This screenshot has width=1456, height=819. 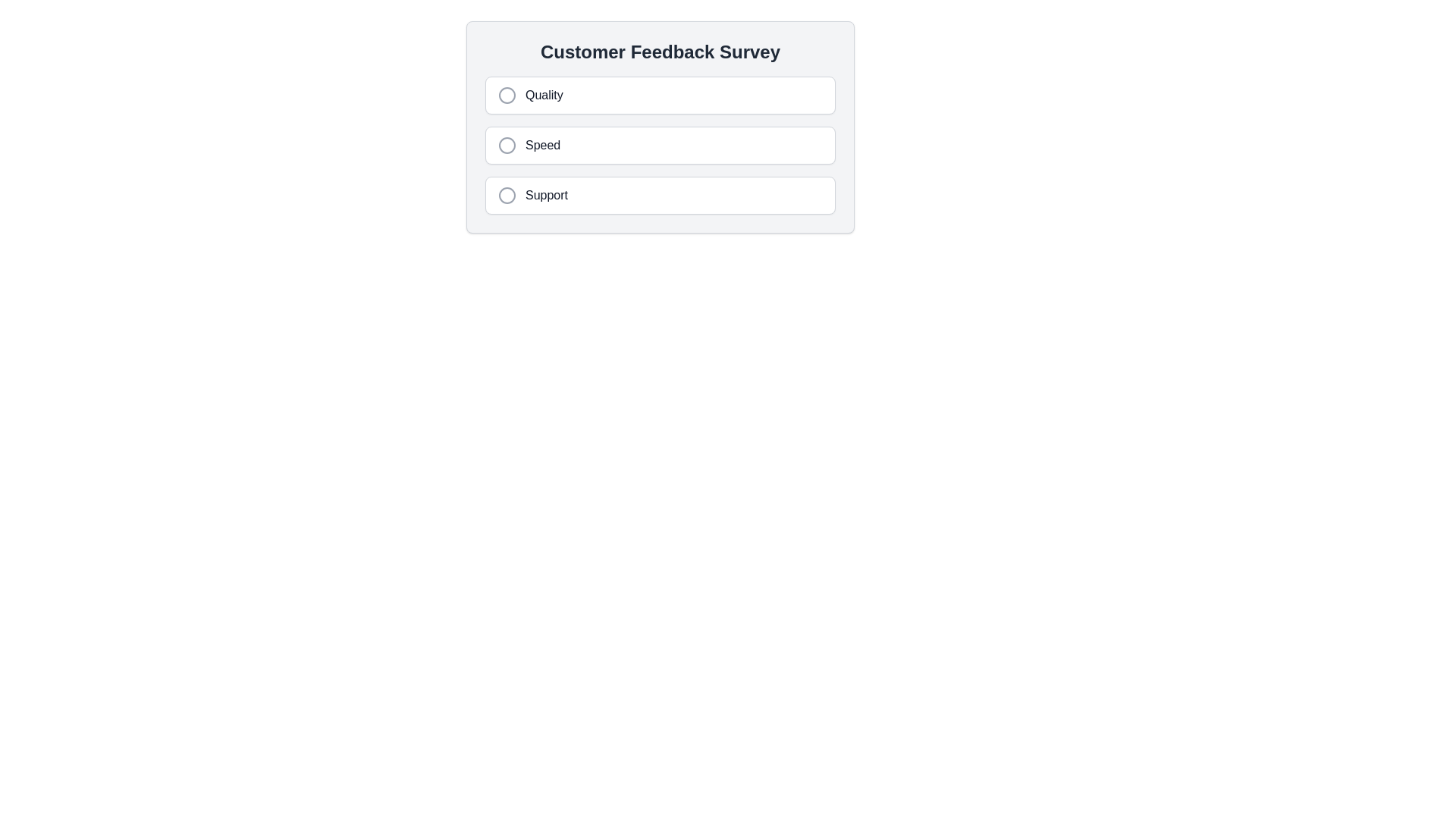 What do you see at coordinates (660, 146) in the screenshot?
I see `the second radio button labeled 'Speed' within the radiogroup in the 'Customer Feedback Survey'` at bounding box center [660, 146].